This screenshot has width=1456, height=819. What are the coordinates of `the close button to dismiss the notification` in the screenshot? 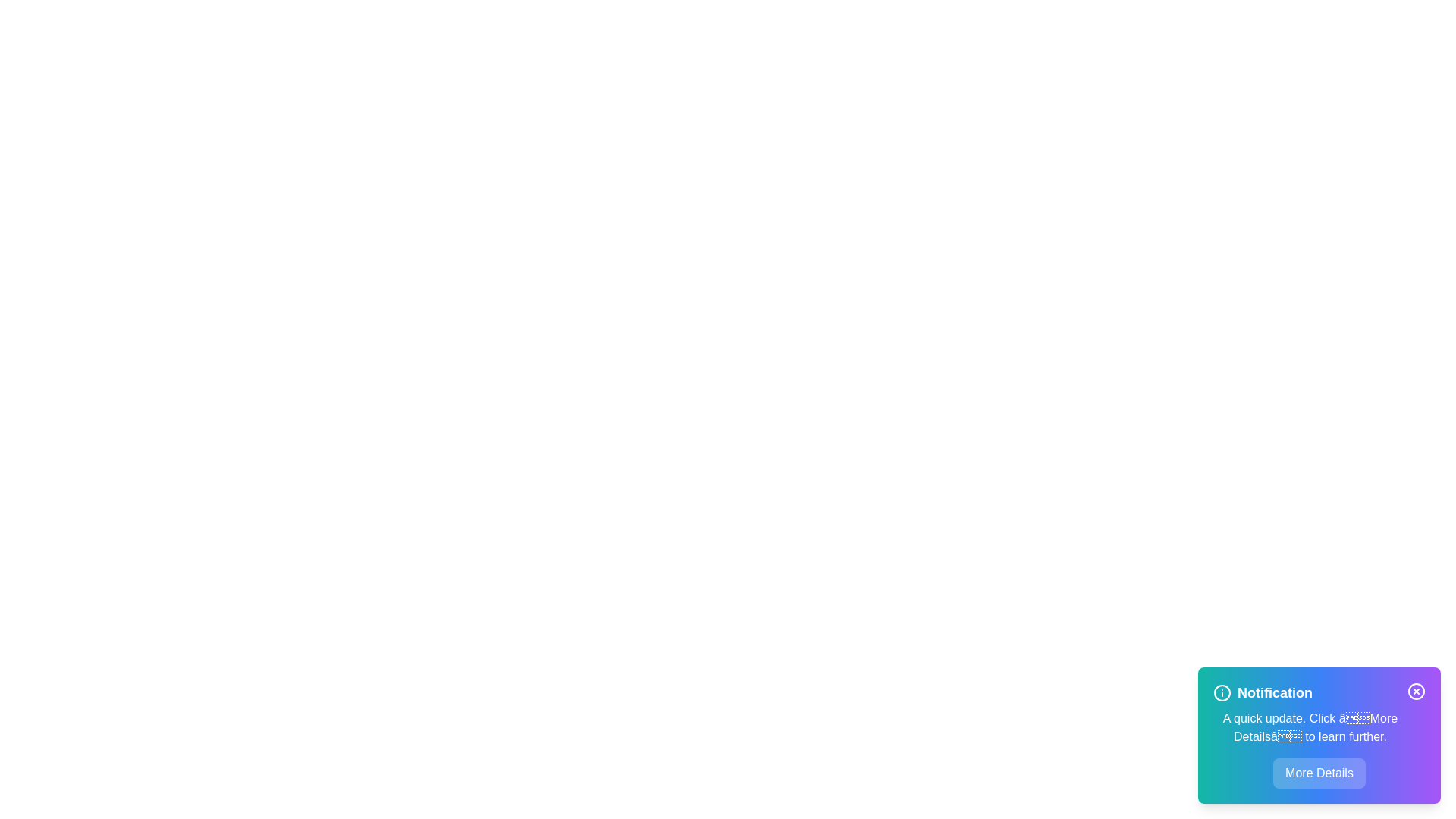 It's located at (1415, 691).